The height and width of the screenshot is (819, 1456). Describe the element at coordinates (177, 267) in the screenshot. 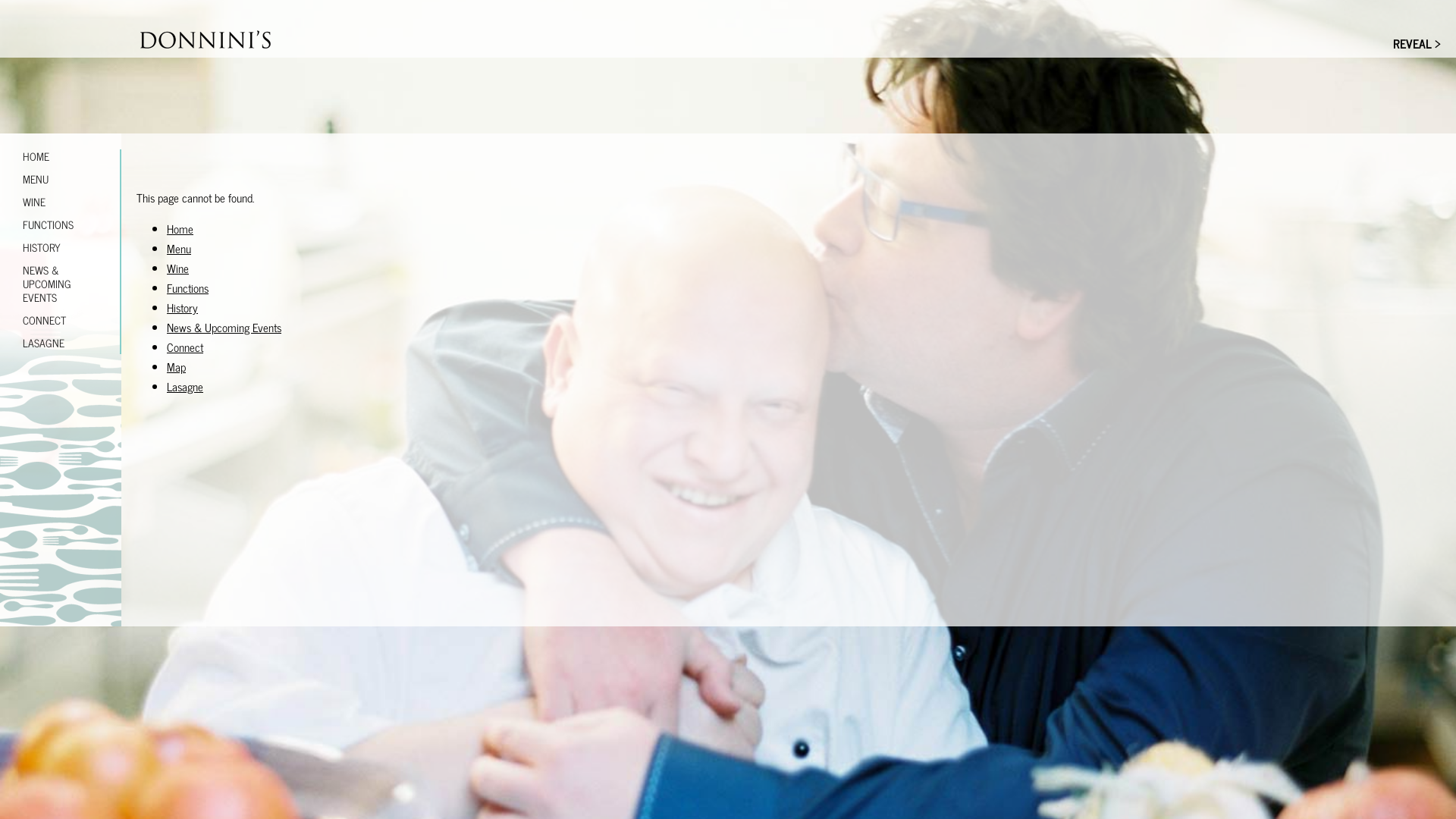

I see `'Wine'` at that location.